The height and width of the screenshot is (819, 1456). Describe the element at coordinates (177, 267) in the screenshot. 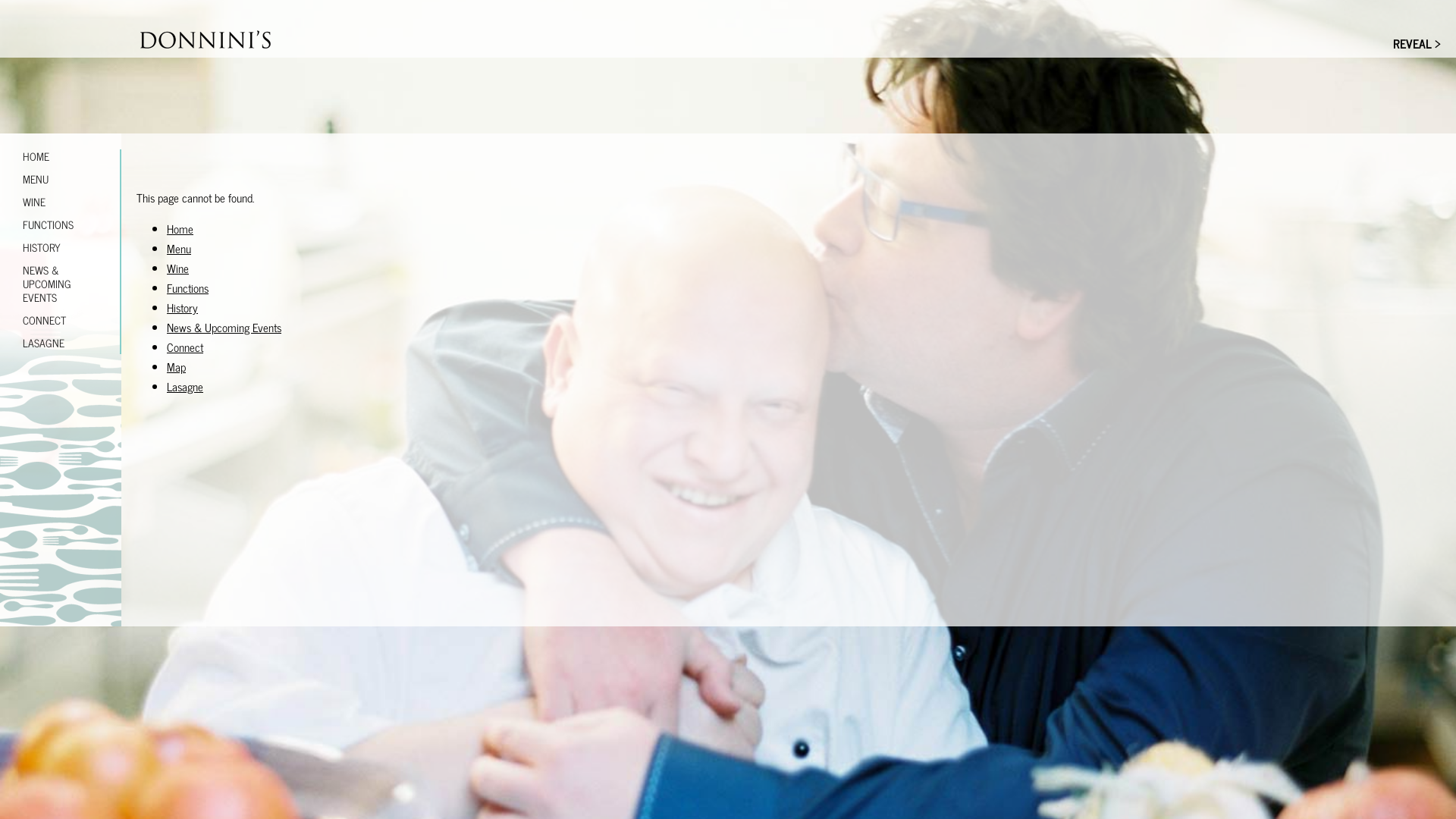

I see `'Wine'` at that location.